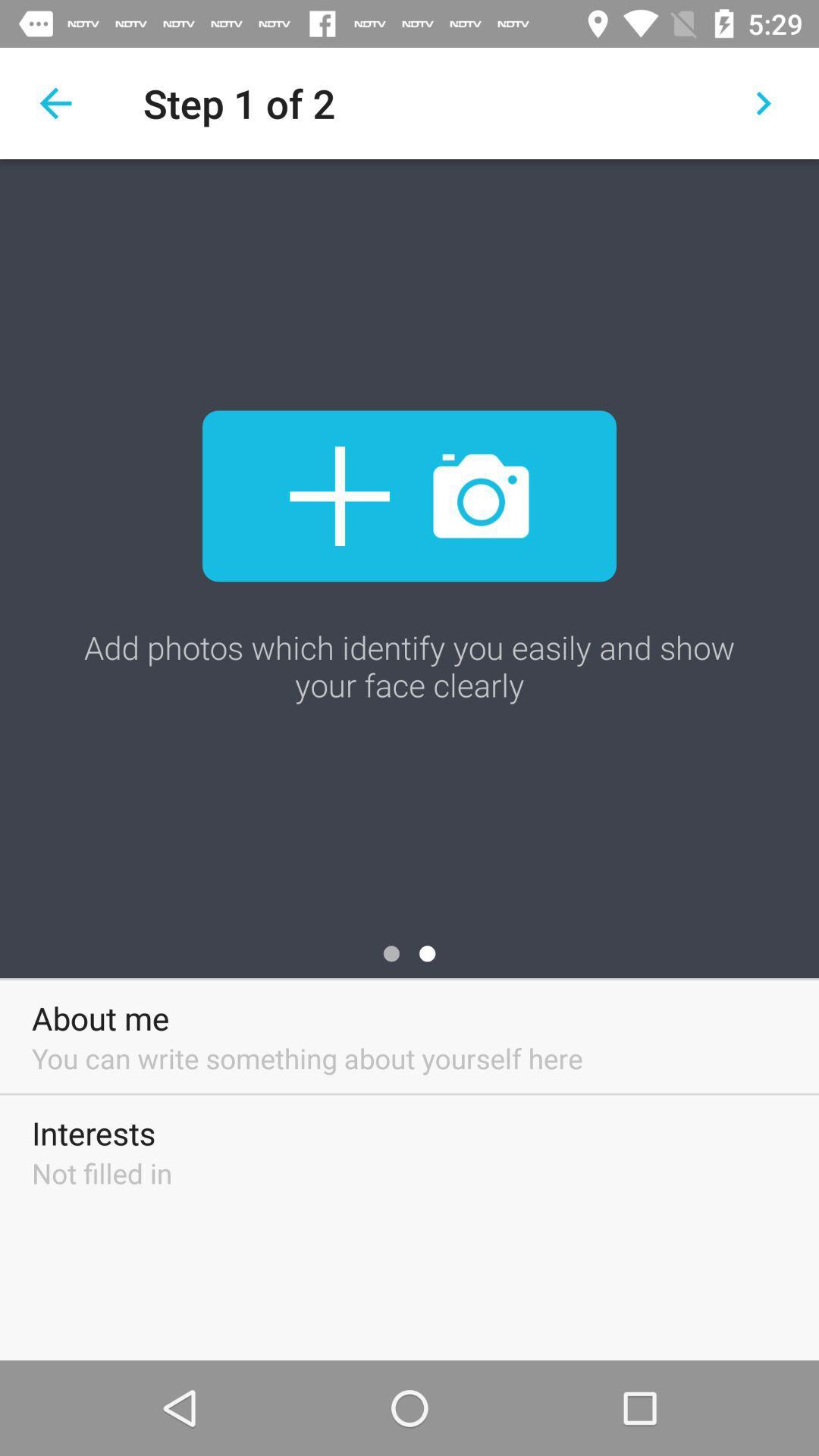  I want to click on item at the top right corner, so click(763, 102).